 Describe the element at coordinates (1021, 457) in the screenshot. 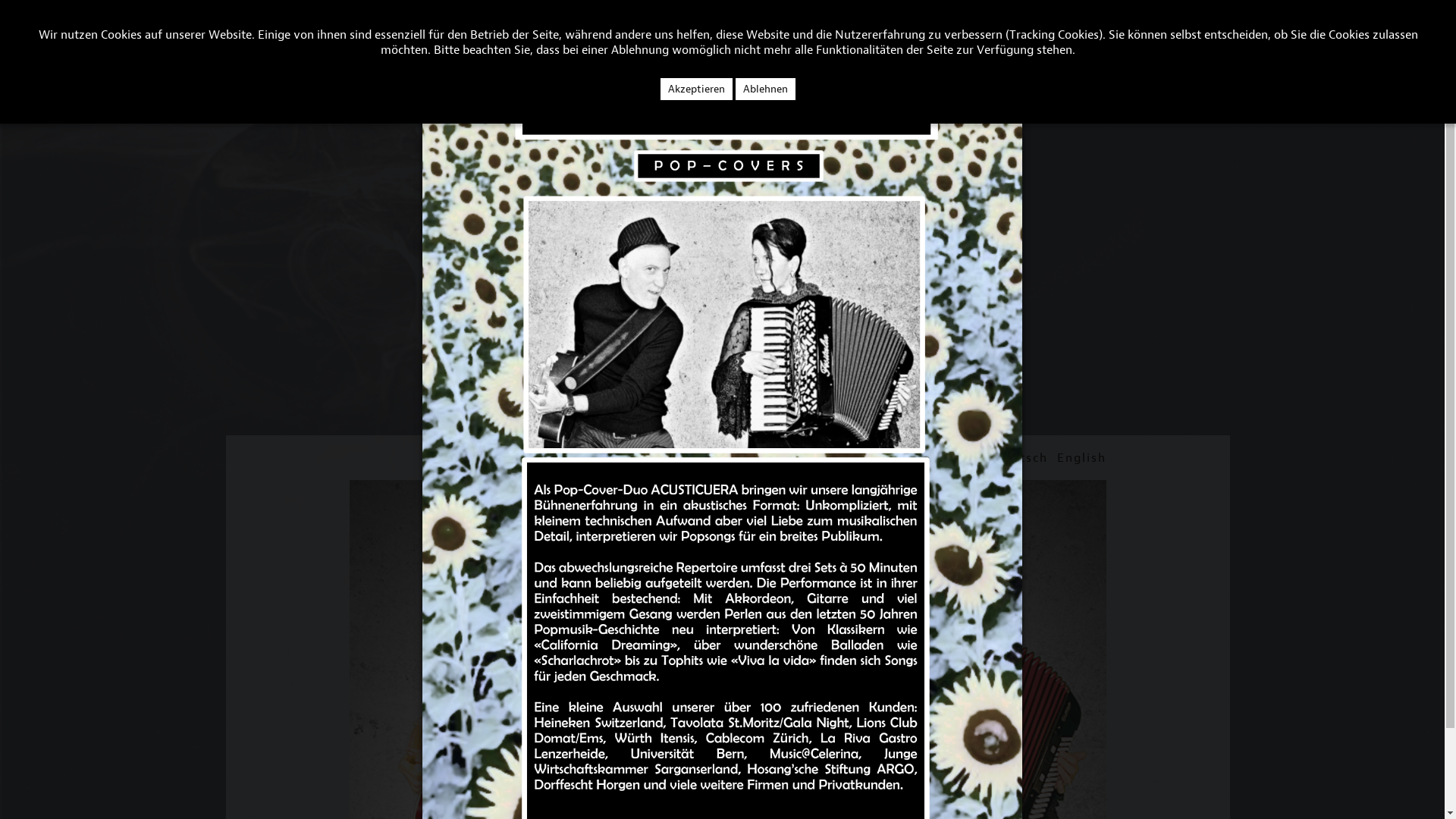

I see `'Deutsch'` at that location.